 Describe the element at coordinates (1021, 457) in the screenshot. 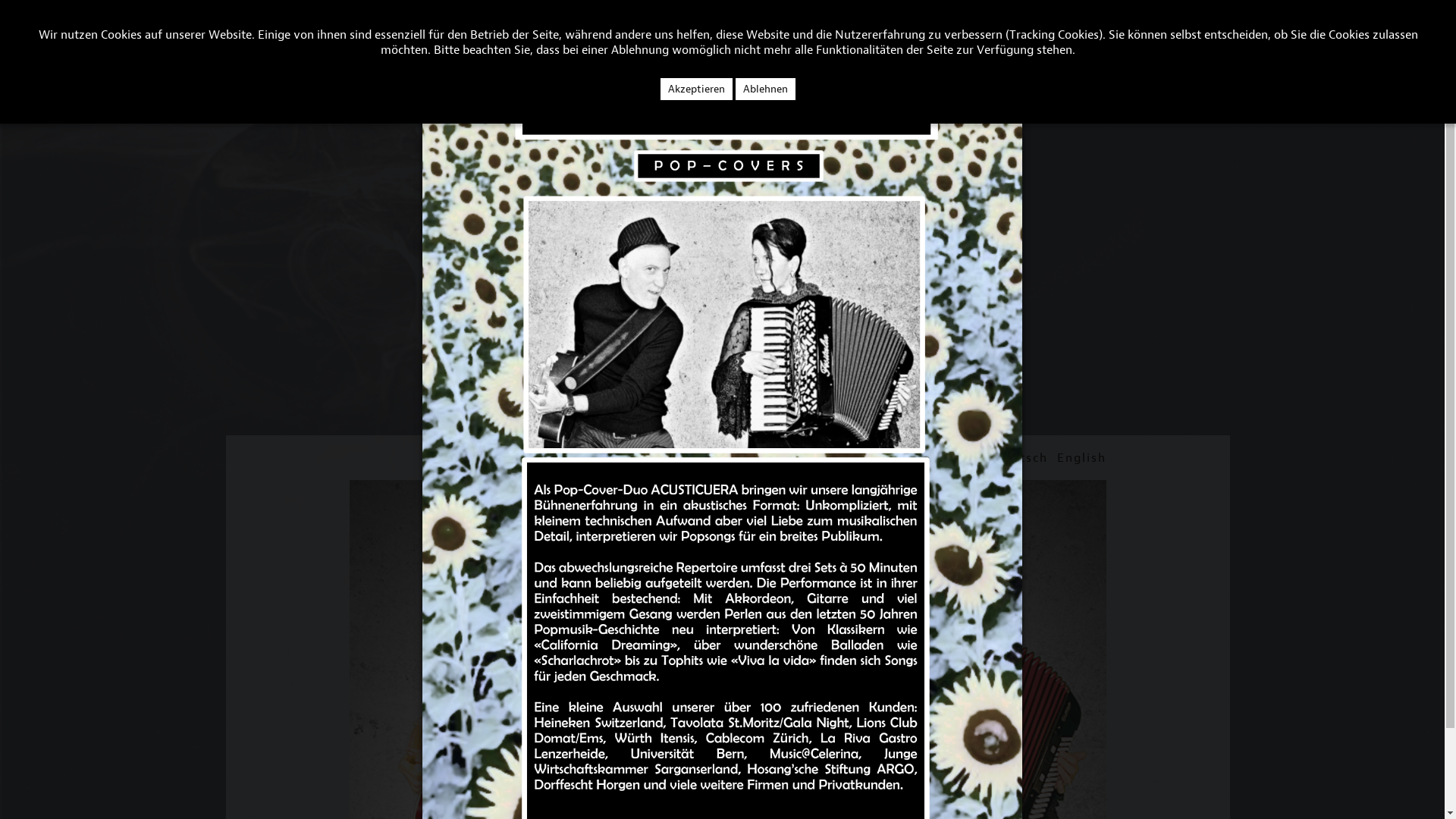

I see `'Deutsch'` at that location.